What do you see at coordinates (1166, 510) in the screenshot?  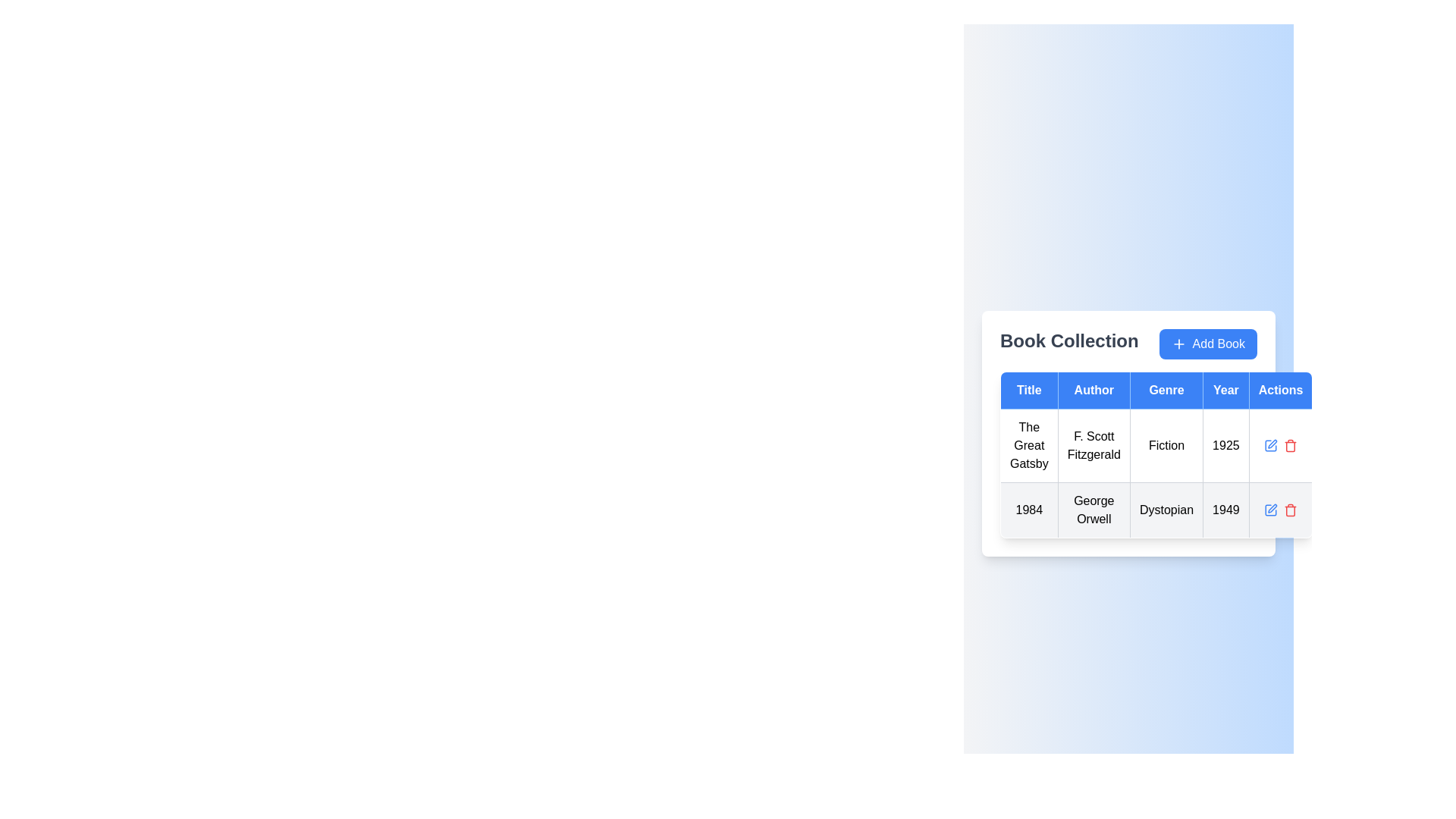 I see `the text field displaying the genre of the book '1984' in the 'Genre' column of the 'Book Collection' table, located in the second row, third cell` at bounding box center [1166, 510].